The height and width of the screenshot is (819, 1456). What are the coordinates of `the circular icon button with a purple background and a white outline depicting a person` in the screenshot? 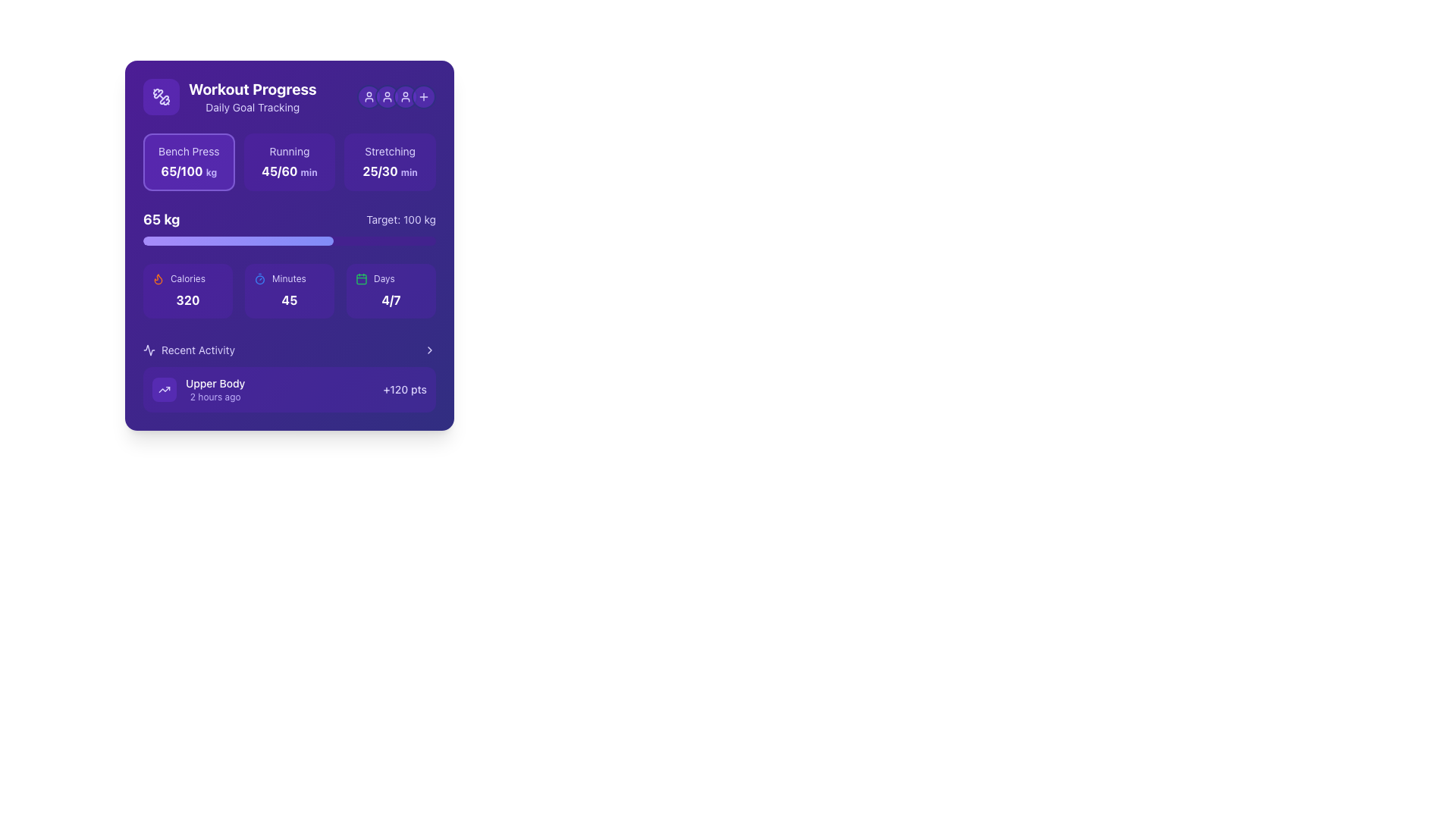 It's located at (369, 96).